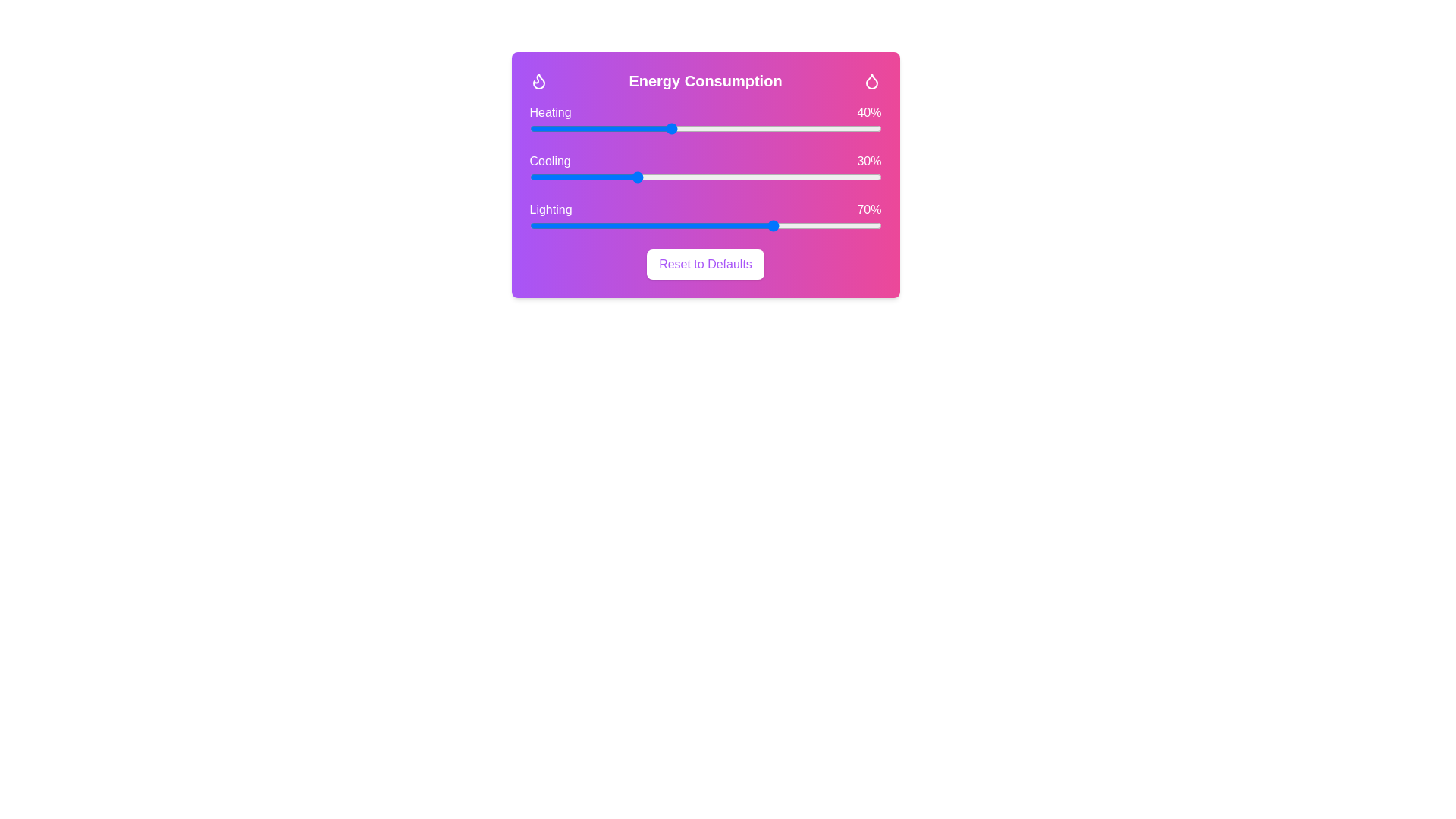  What do you see at coordinates (704, 263) in the screenshot?
I see `the 'Reset to Defaults' button` at bounding box center [704, 263].